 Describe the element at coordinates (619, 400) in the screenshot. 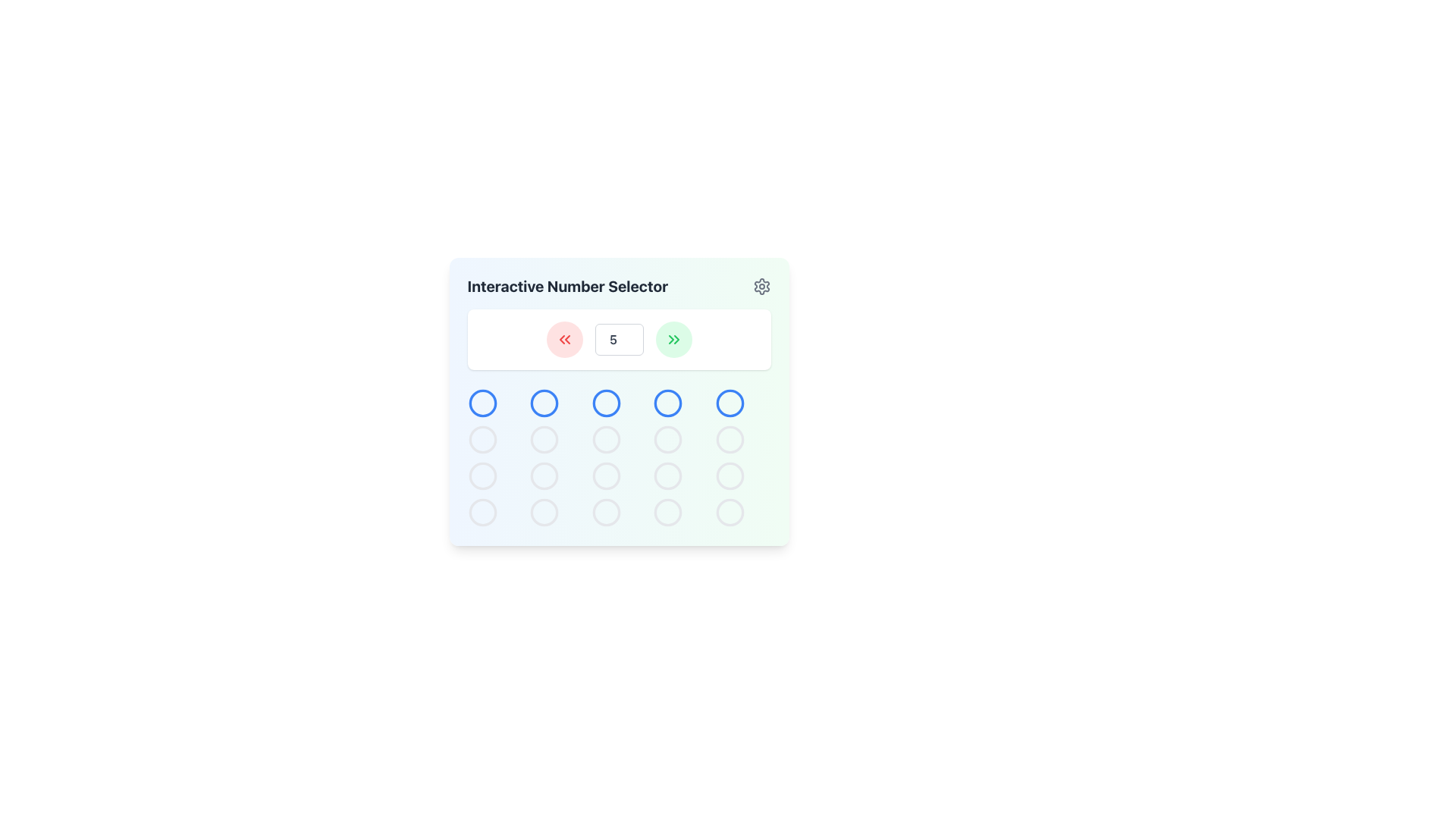

I see `the interactive circle button located in the second row and third column of the grid` at that location.